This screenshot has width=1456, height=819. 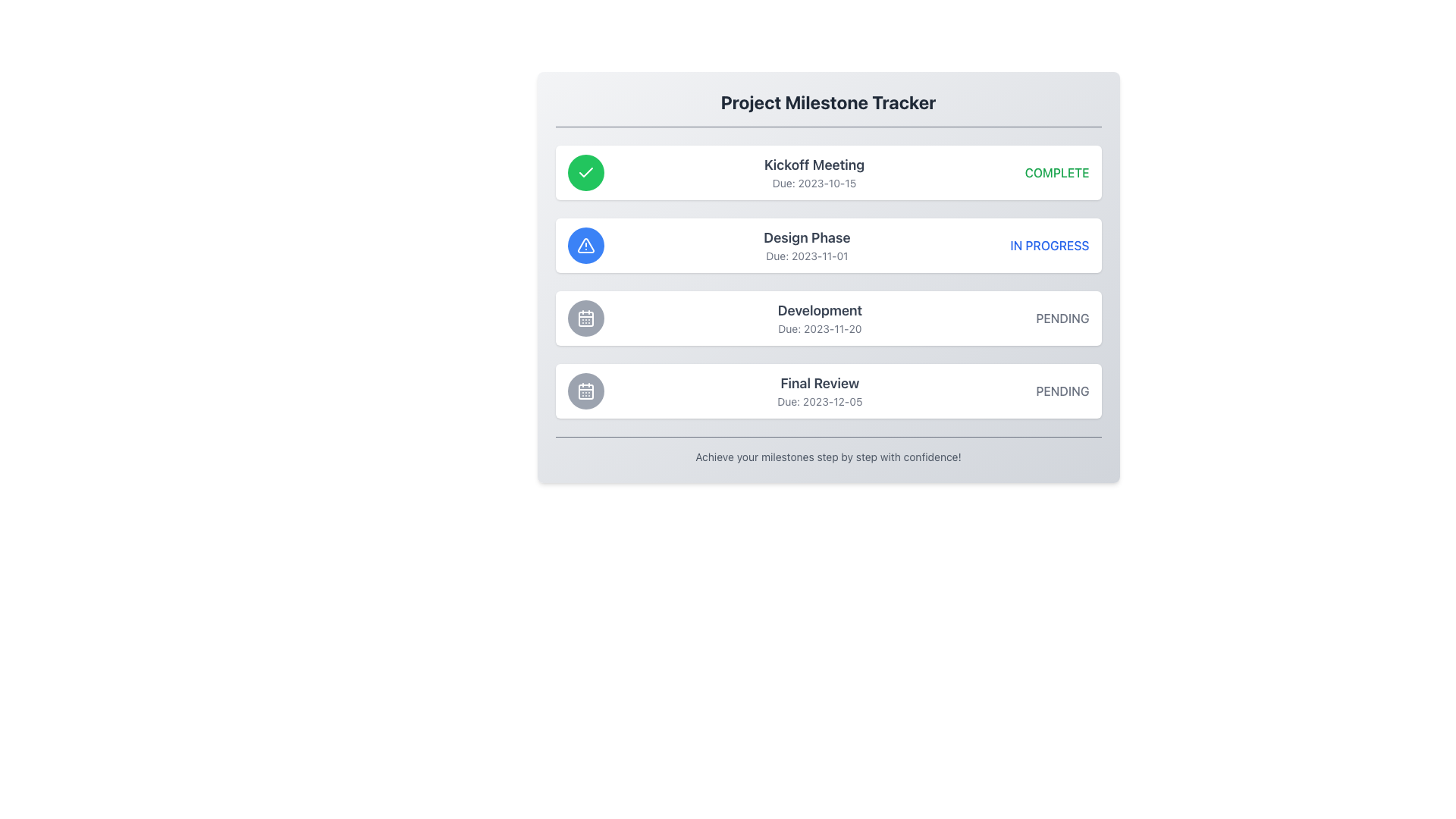 What do you see at coordinates (819, 391) in the screenshot?
I see `information displayed in the text element titled 'Final Review', which includes the due date '2023-12-05'` at bounding box center [819, 391].